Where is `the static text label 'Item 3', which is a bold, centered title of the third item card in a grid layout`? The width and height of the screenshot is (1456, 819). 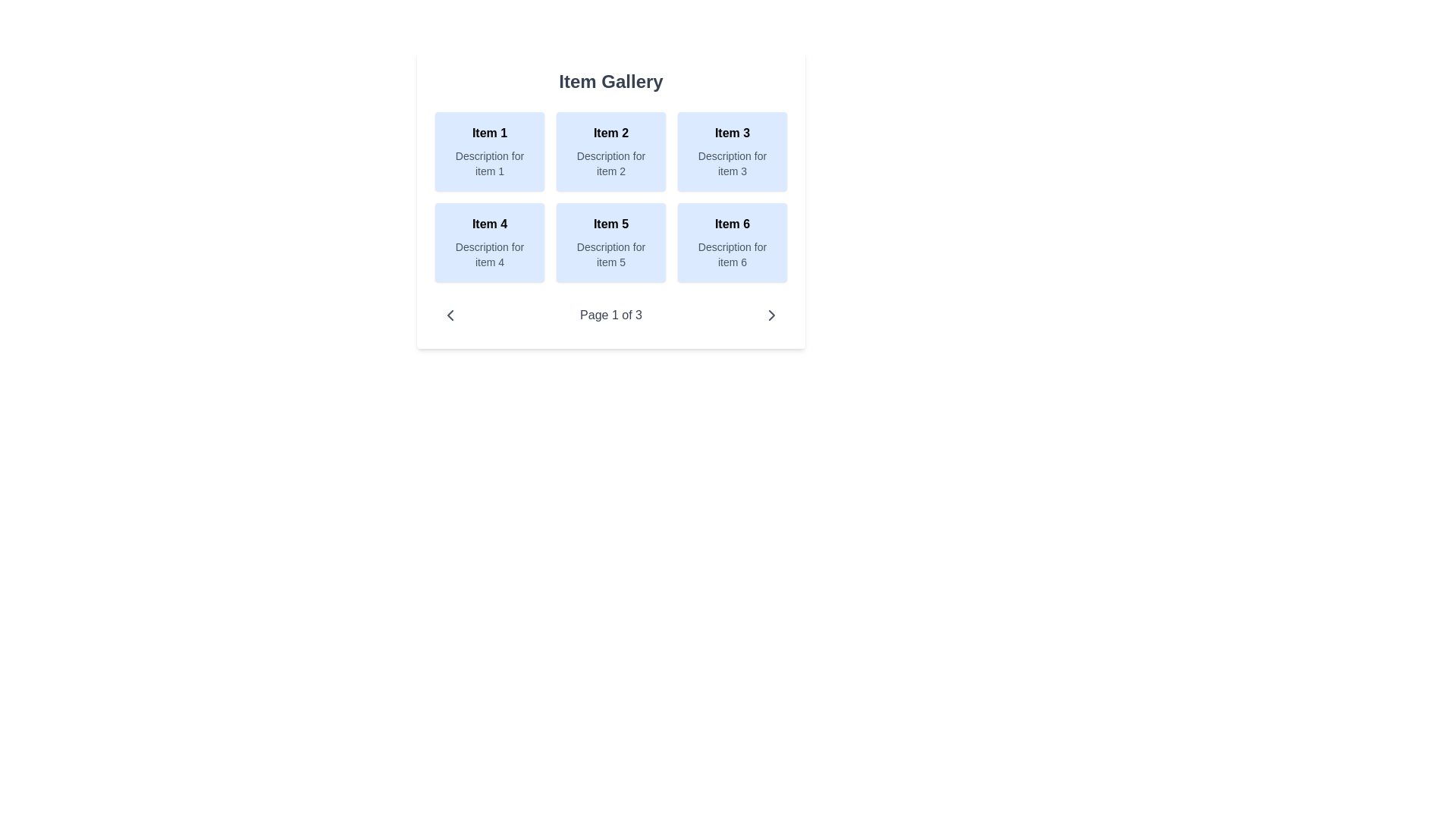
the static text label 'Item 3', which is a bold, centered title of the third item card in a grid layout is located at coordinates (732, 133).